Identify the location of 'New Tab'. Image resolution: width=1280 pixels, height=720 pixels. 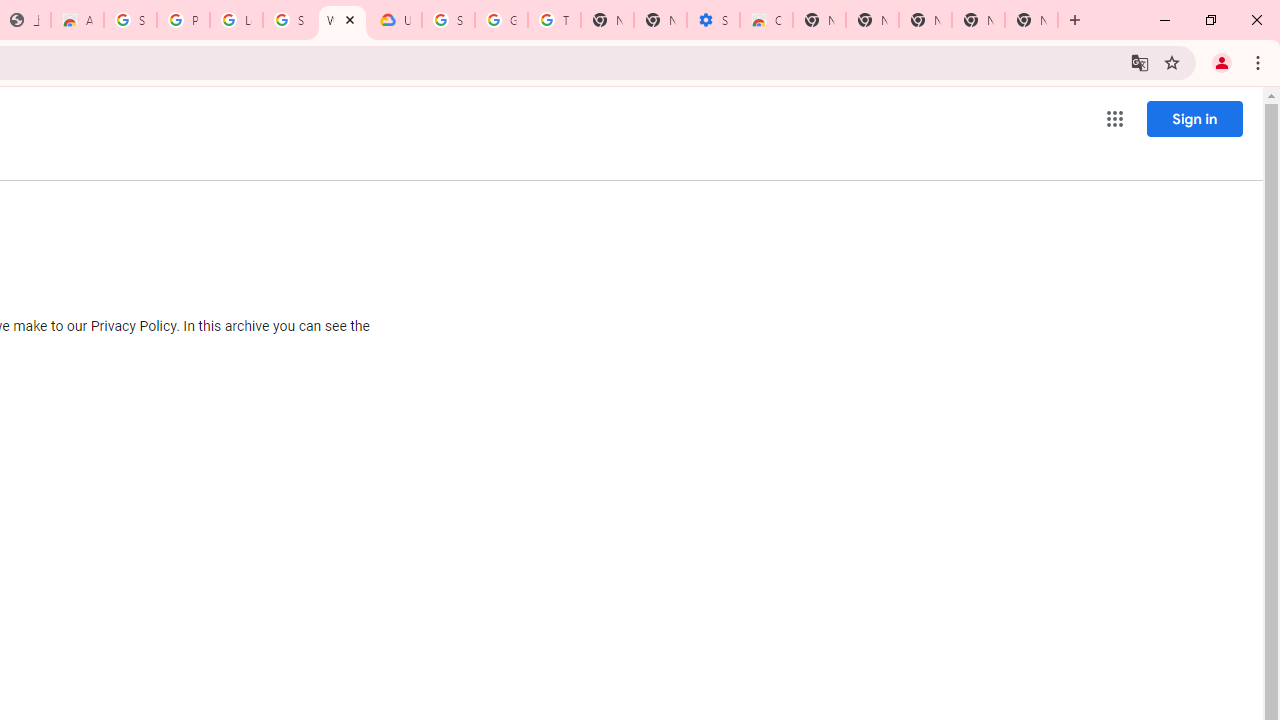
(1031, 20).